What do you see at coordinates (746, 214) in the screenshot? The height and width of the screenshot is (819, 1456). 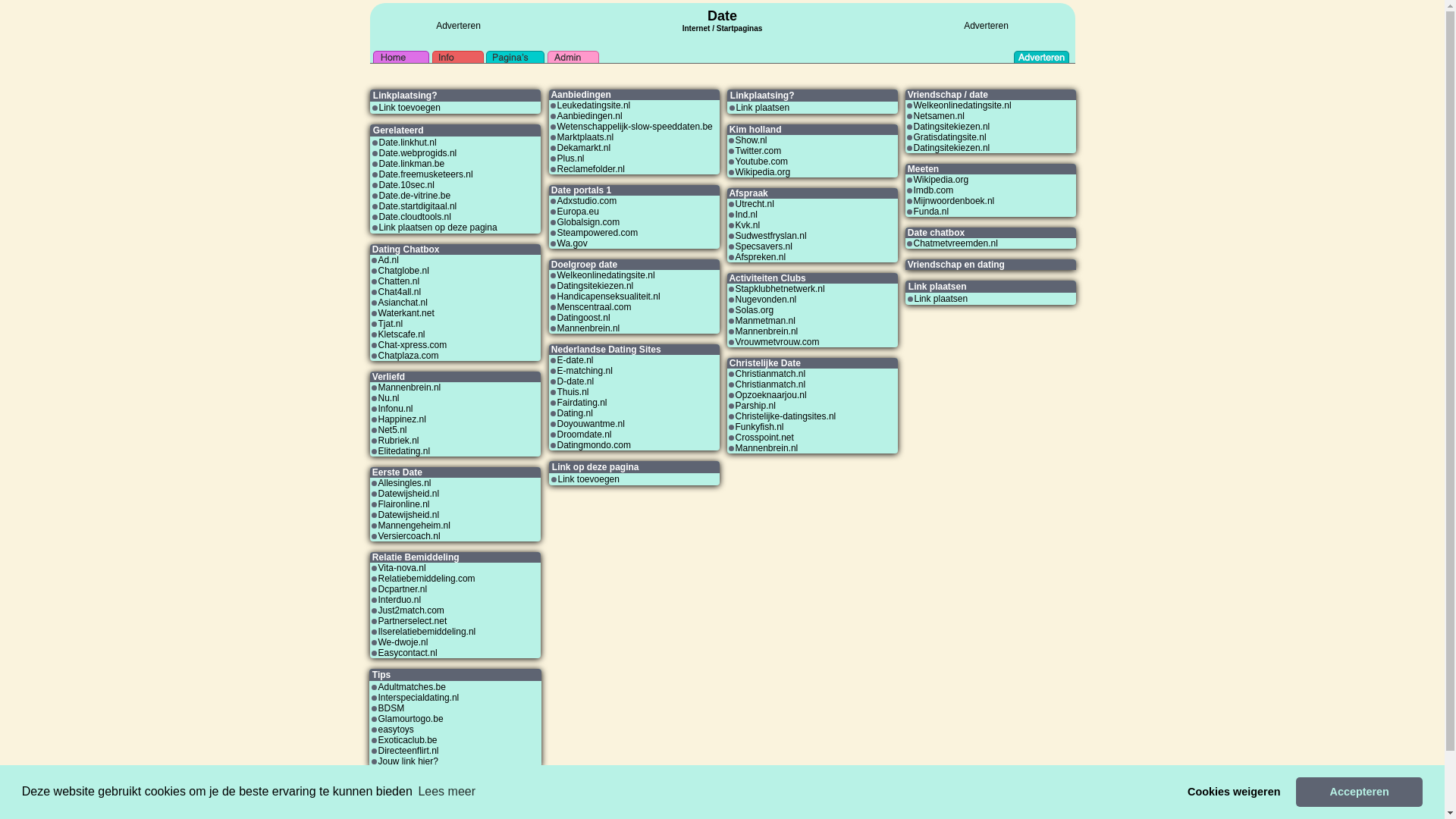 I see `'Ind.nl'` at bounding box center [746, 214].